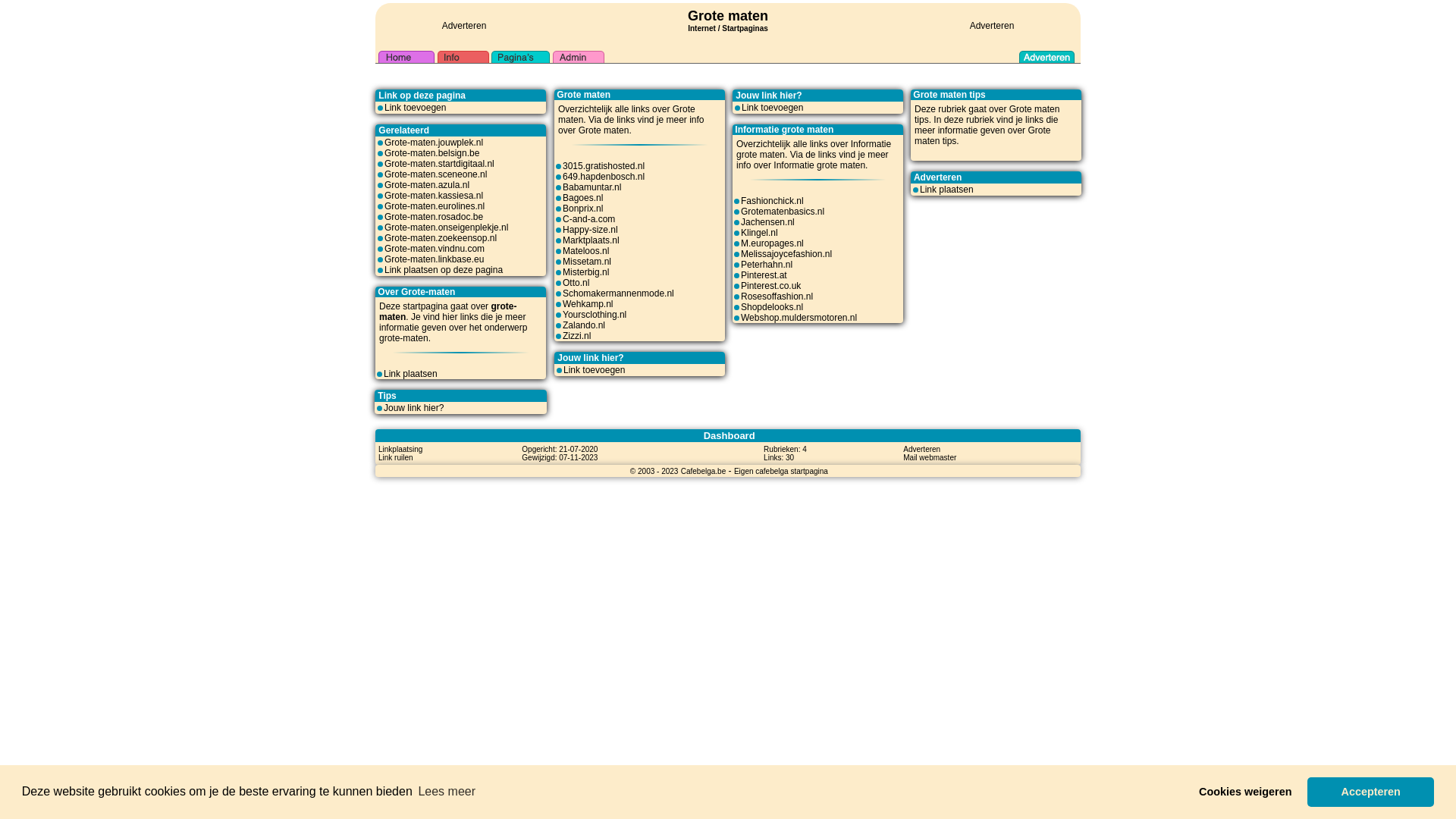 Image resolution: width=1456 pixels, height=819 pixels. I want to click on 'Adverteren', so click(921, 447).